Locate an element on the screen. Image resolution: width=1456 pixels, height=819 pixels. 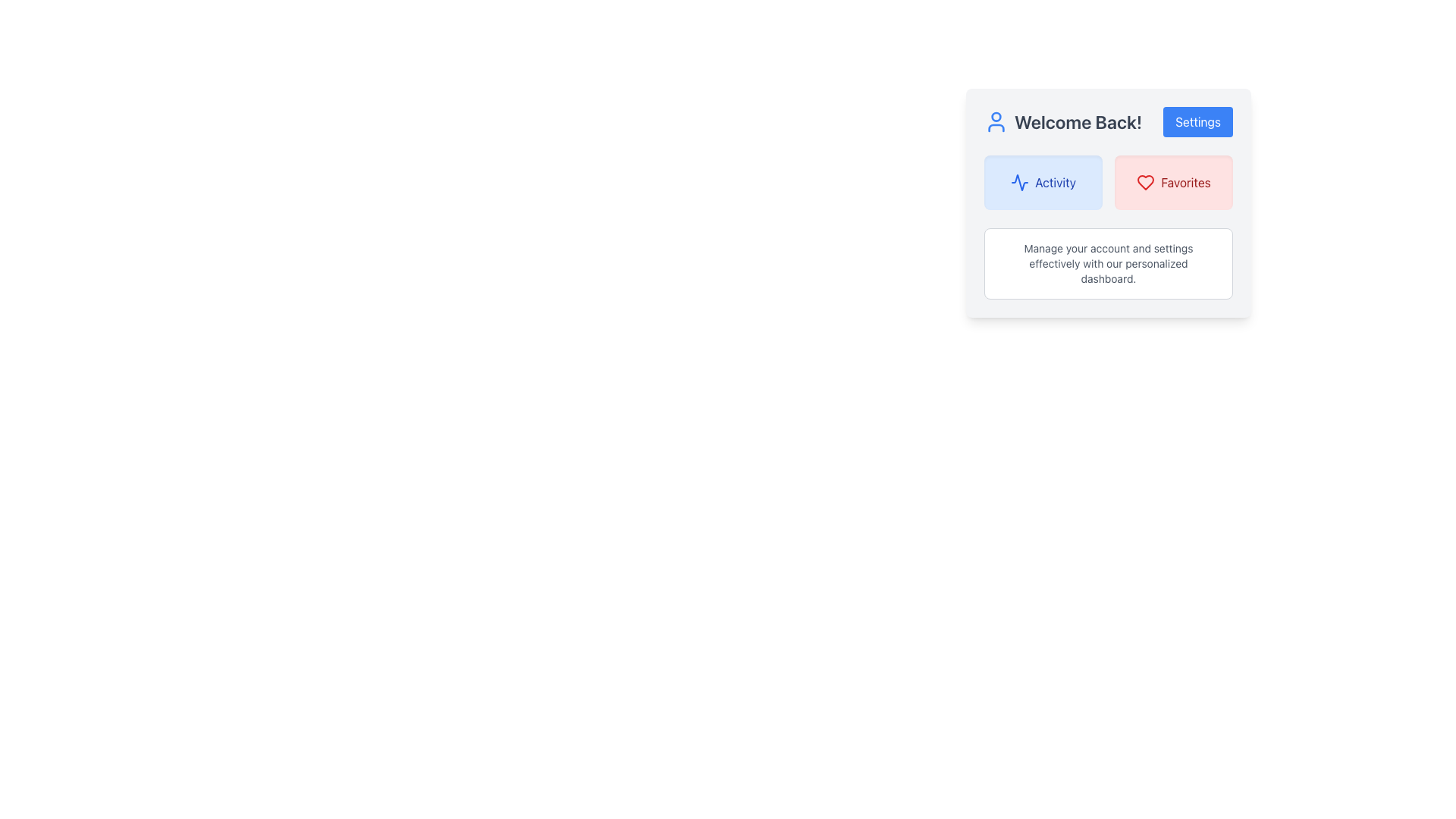
label displaying the word 'Favorites' in bold red font, located in a button-like structure adjacent to a heart icon in the upper-right section of the interface is located at coordinates (1185, 181).